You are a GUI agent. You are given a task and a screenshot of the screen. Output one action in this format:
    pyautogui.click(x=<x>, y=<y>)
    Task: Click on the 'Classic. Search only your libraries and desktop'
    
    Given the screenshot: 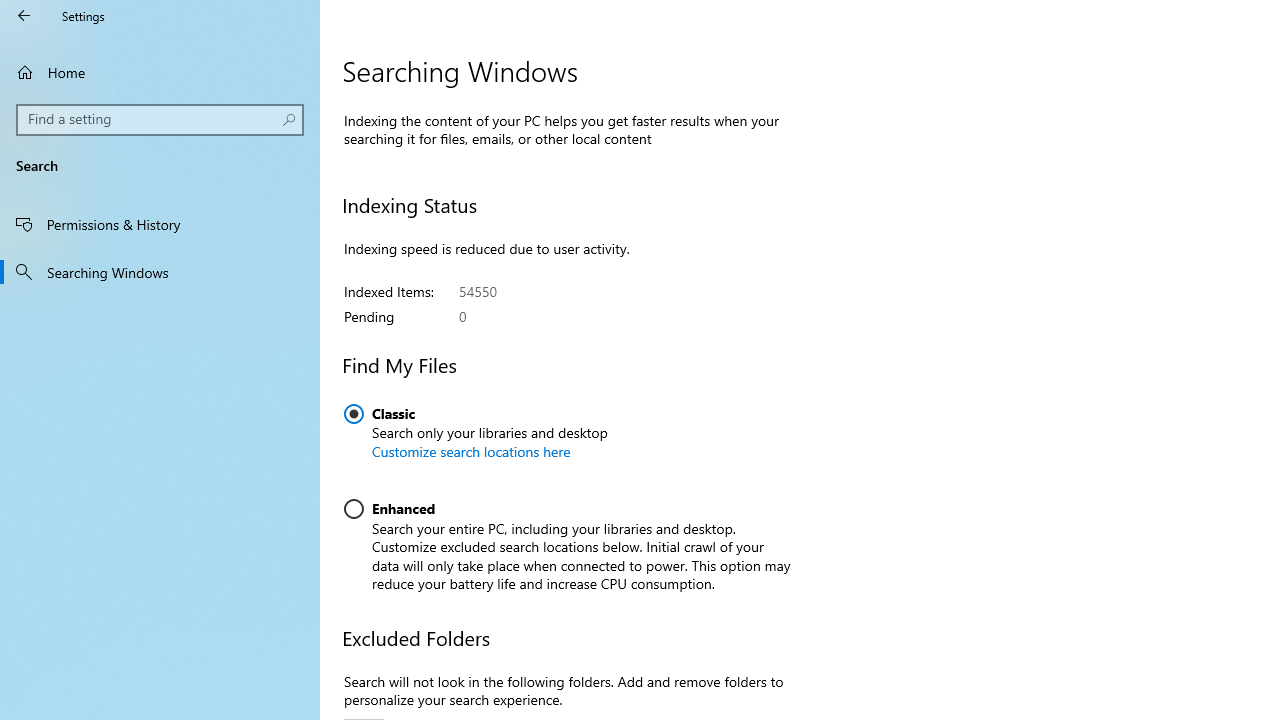 What is the action you would take?
    pyautogui.click(x=475, y=438)
    